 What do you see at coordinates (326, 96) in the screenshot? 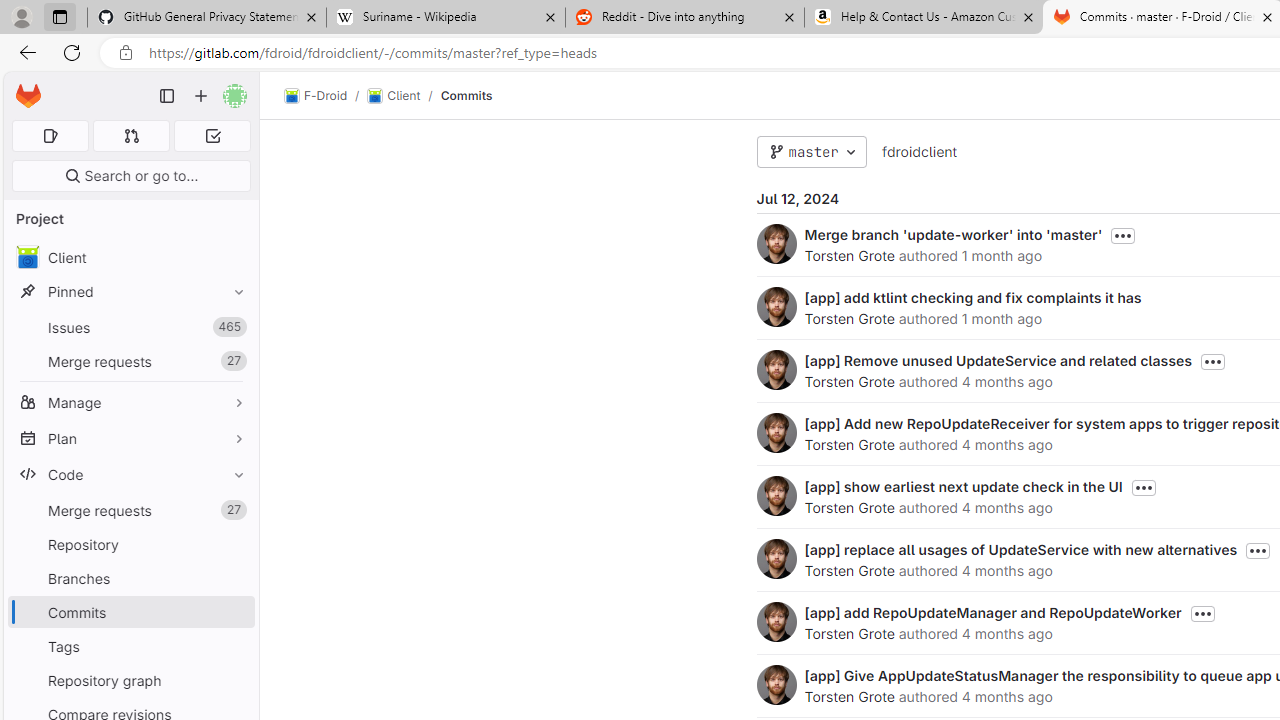
I see `'F-Droid/'` at bounding box center [326, 96].